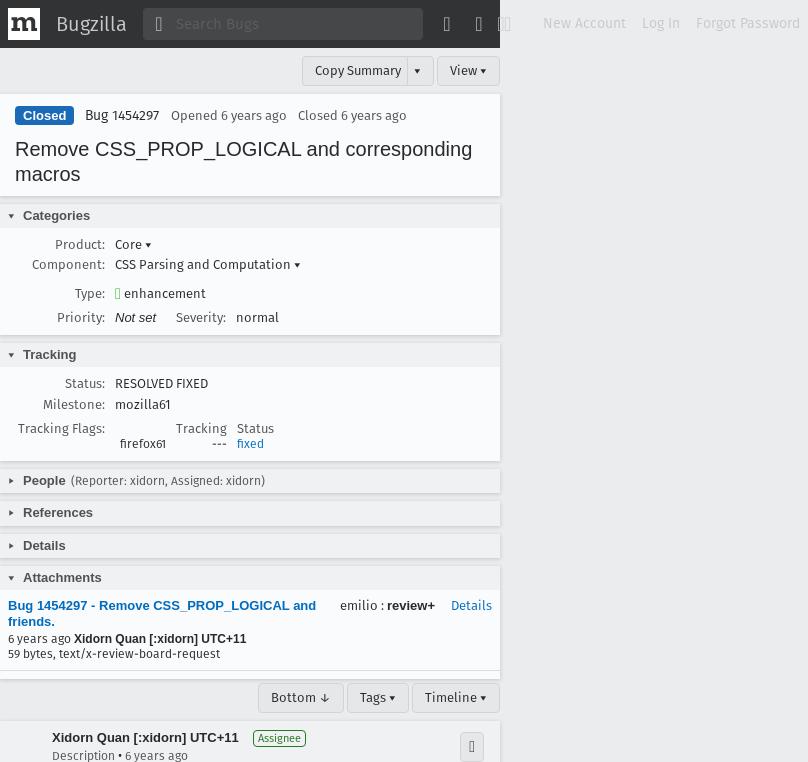  What do you see at coordinates (661, 22) in the screenshot?
I see `'Log In'` at bounding box center [661, 22].